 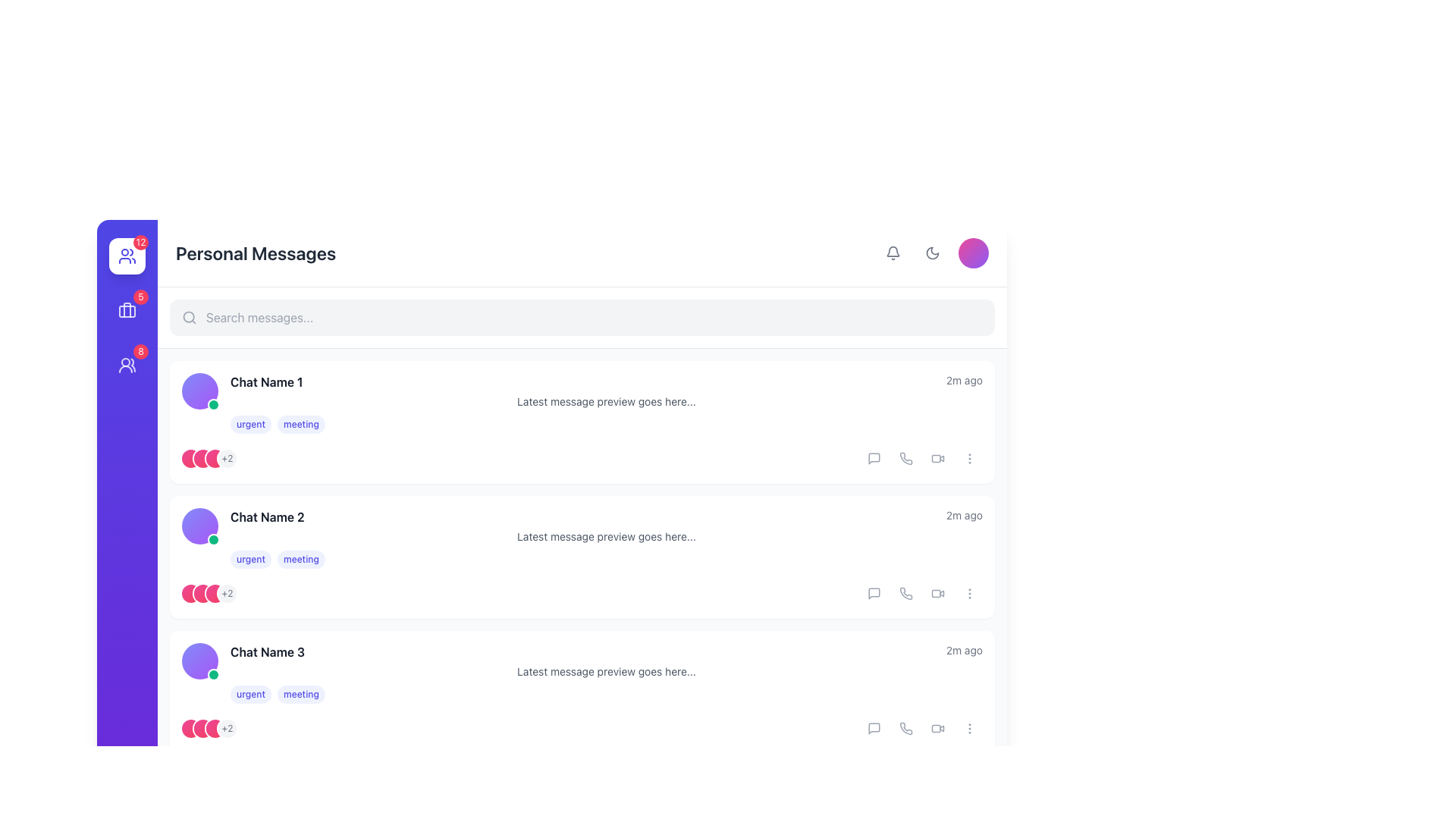 What do you see at coordinates (937, 593) in the screenshot?
I see `the video camera icon, which is the fourth icon in the row of interactive elements at the far right of the second chat entry, to initiate a video action` at bounding box center [937, 593].